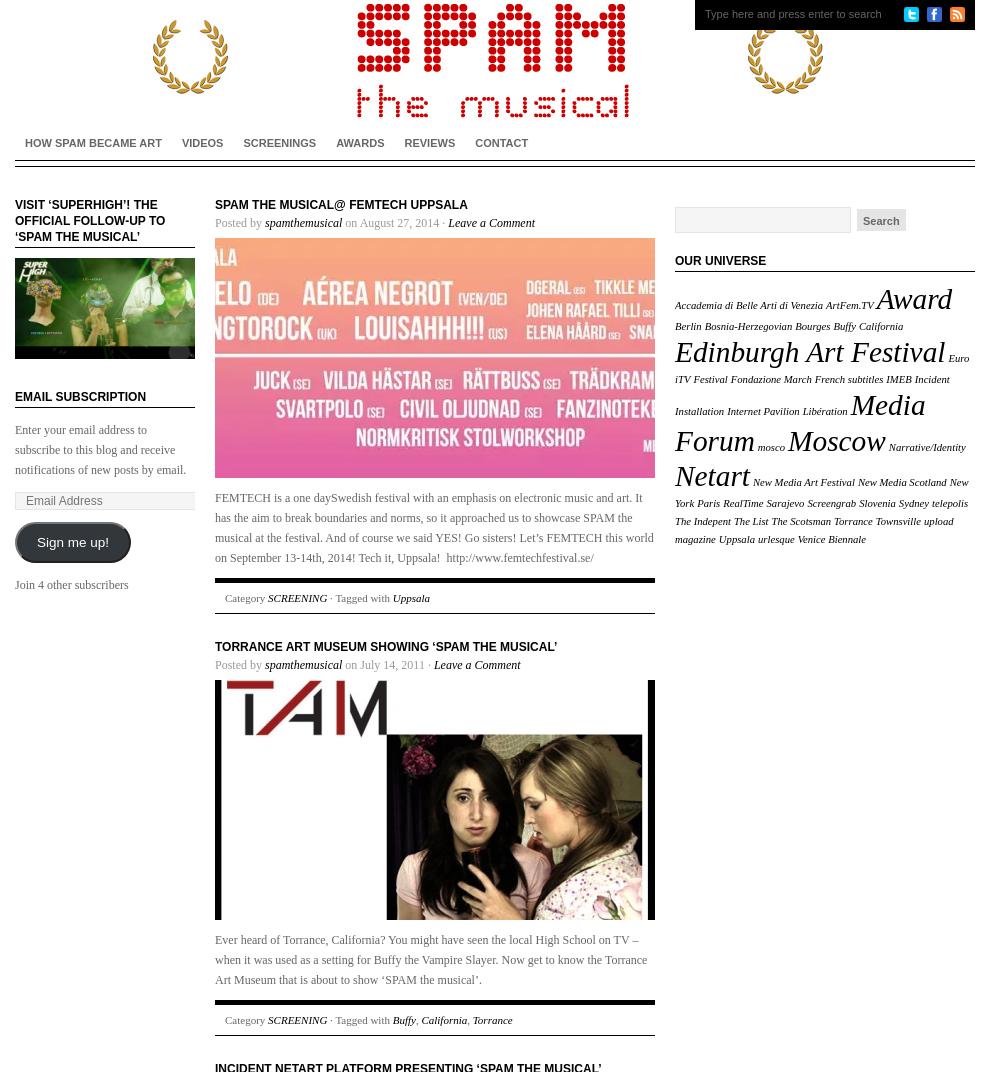  What do you see at coordinates (820, 368) in the screenshot?
I see `'Euro iTV'` at bounding box center [820, 368].